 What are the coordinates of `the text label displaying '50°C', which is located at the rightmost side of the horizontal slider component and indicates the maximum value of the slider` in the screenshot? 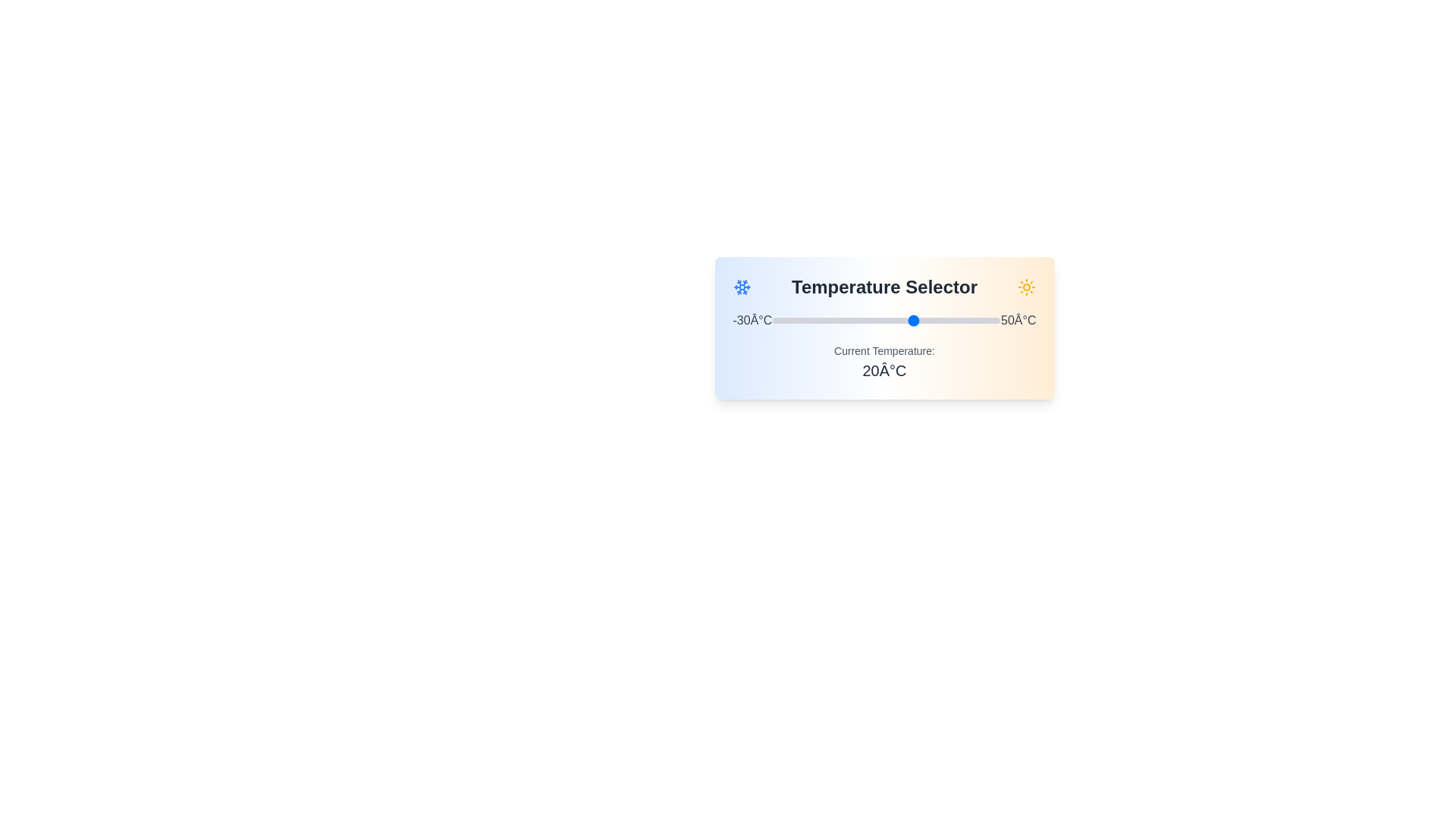 It's located at (1018, 320).